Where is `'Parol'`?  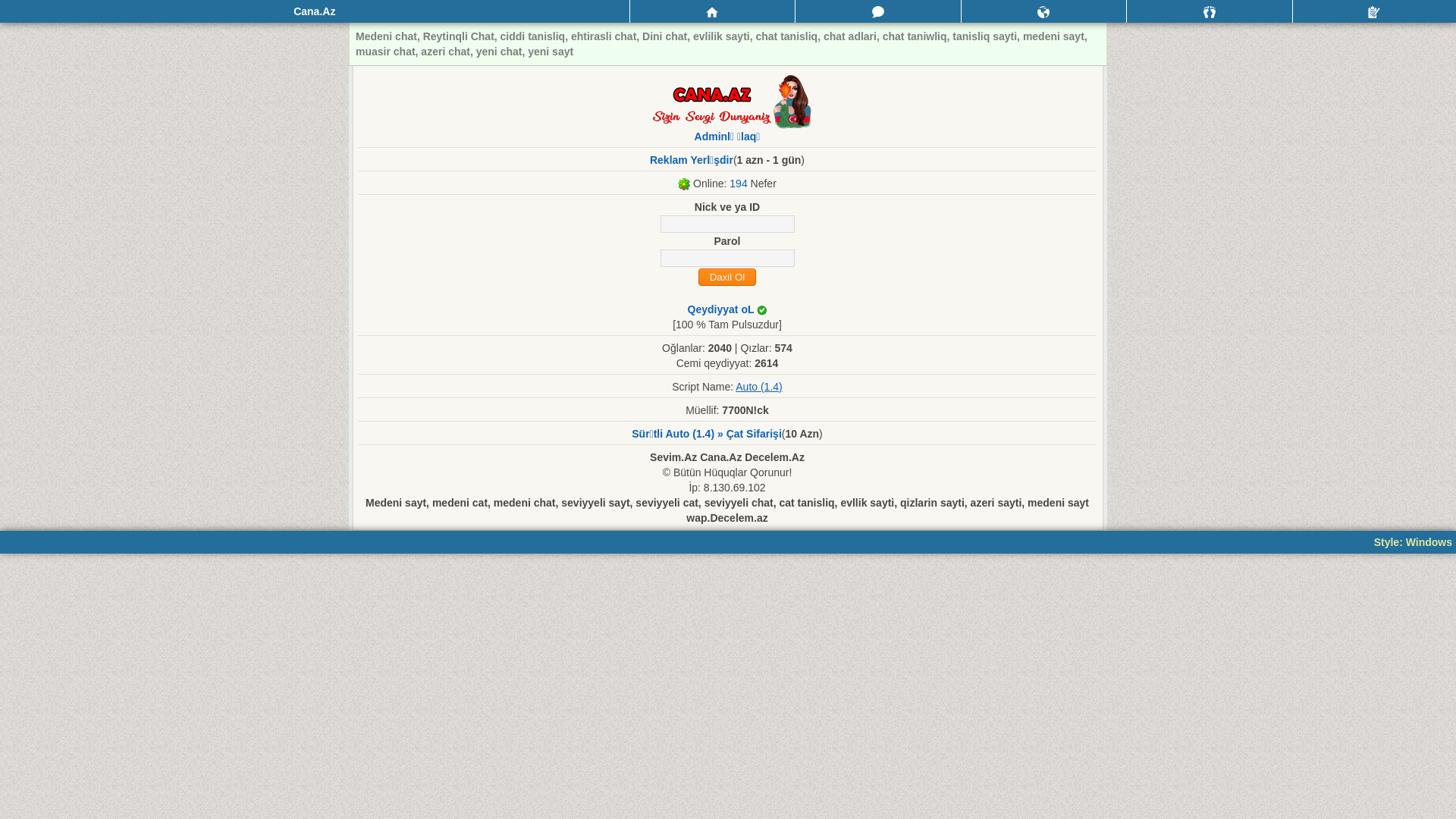
'Parol' is located at coordinates (726, 257).